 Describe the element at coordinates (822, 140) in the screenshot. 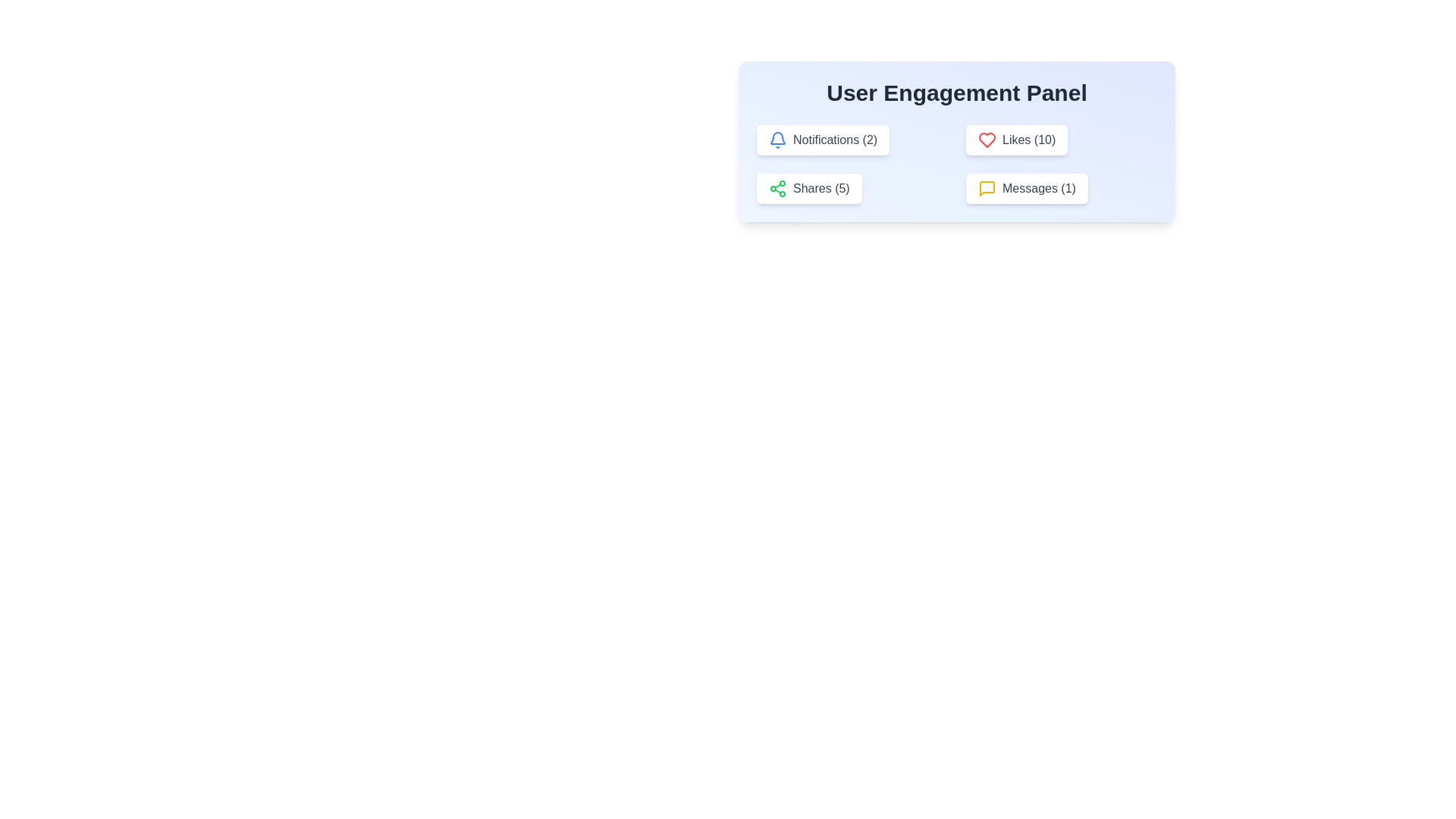

I see `the notification summary button located in the top-left quadrant of the 'User Engagement Panel'` at that location.